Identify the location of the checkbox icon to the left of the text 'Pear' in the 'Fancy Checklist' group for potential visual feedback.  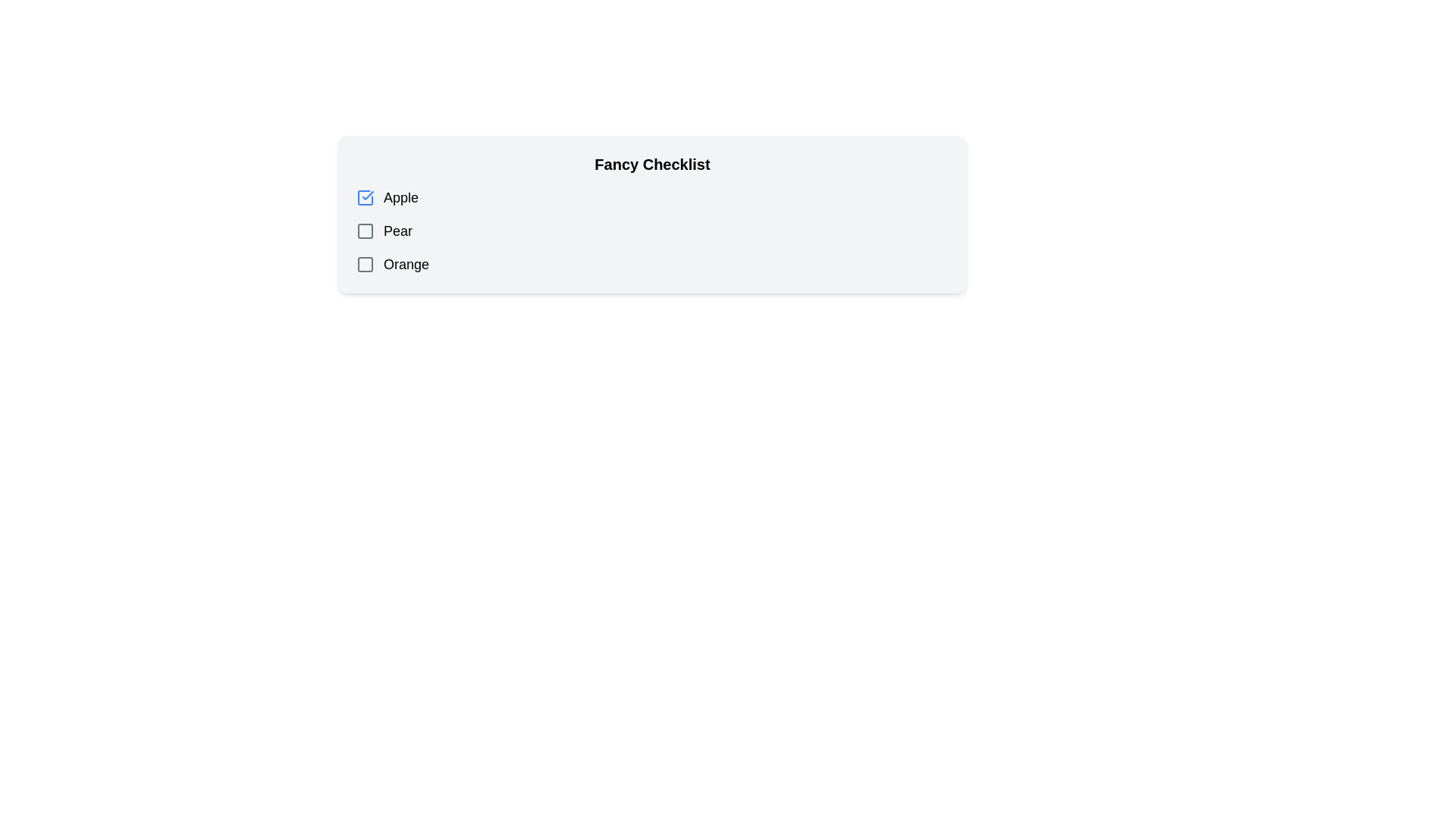
(365, 231).